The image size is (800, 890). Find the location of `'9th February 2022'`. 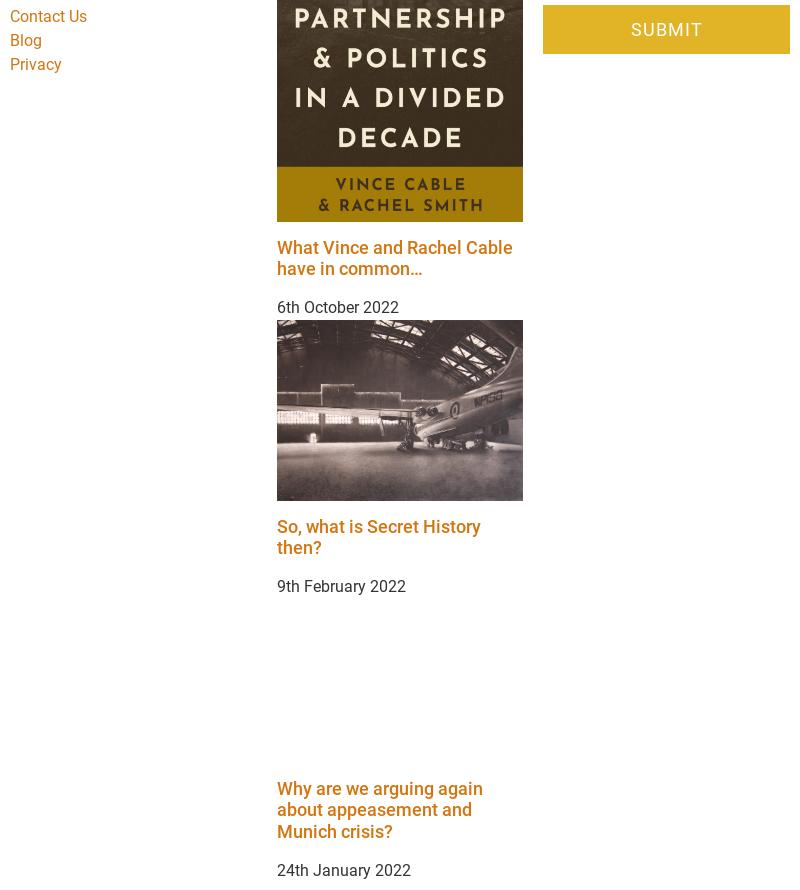

'9th February 2022' is located at coordinates (340, 584).